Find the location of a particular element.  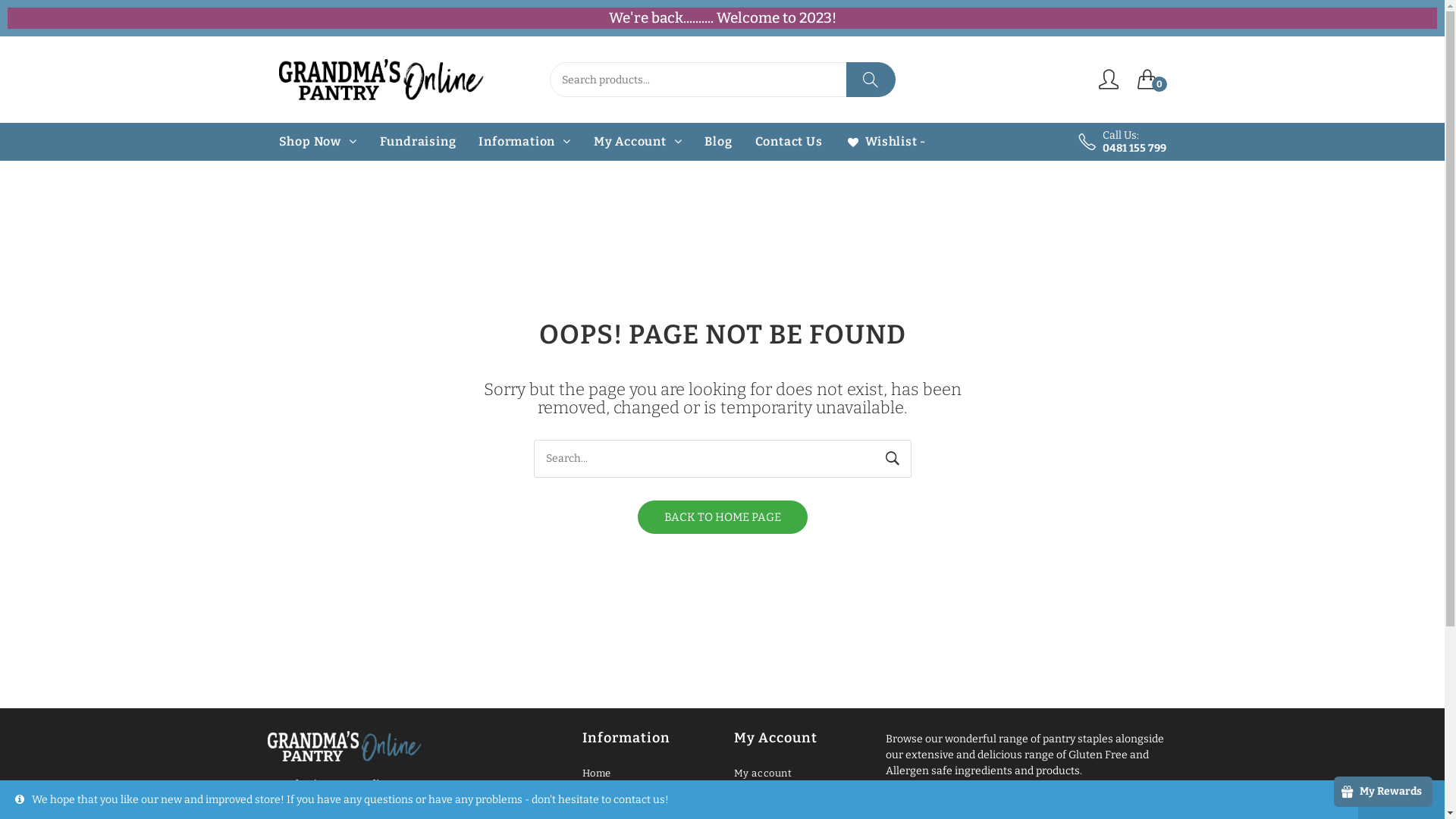

'SEARCH' is located at coordinates (871, 79).